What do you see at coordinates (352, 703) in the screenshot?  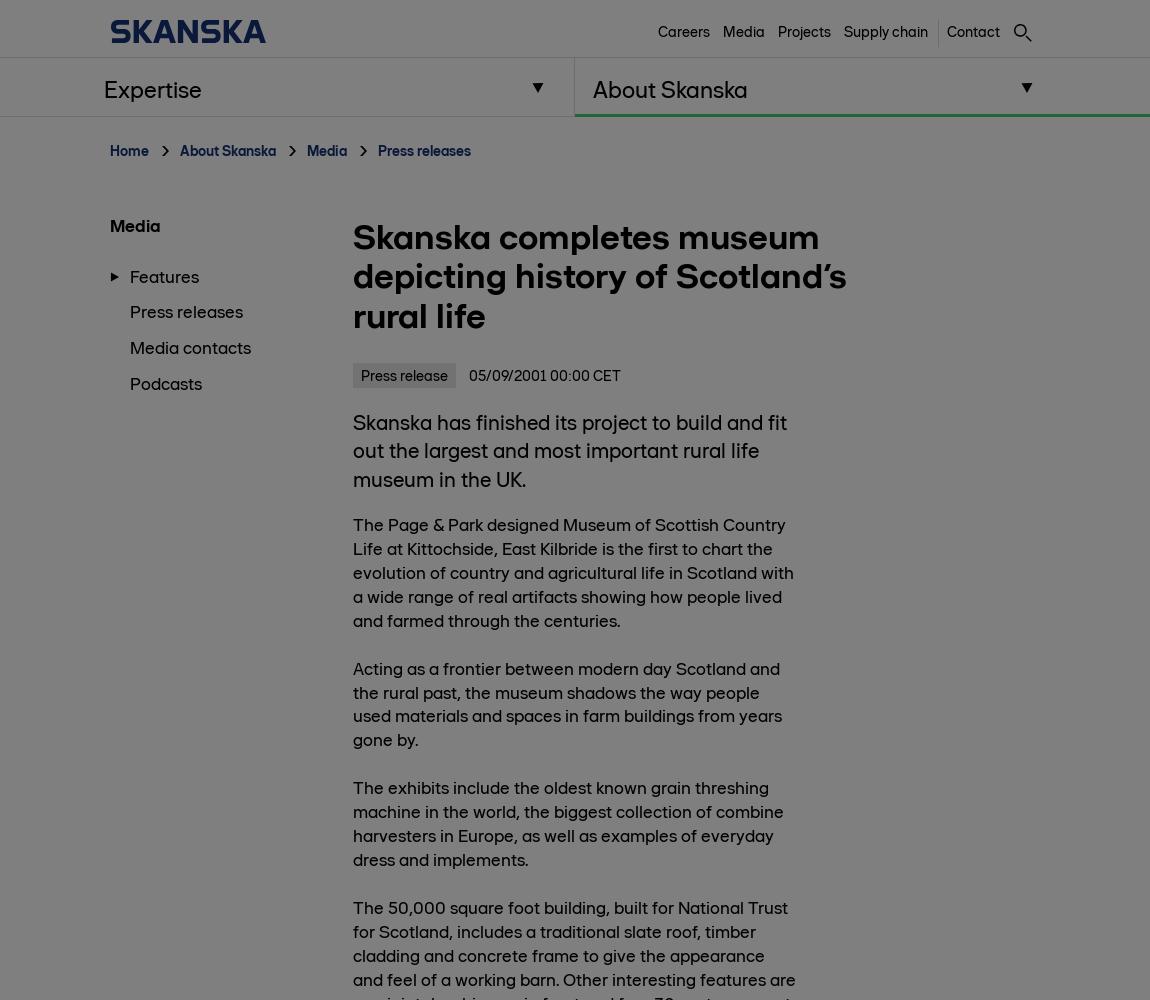 I see `'Acting as a frontier between modern day Scotland and the rural past, the museum shadows the way people used materials and spaces in farm buildings from years gone by.'` at bounding box center [352, 703].